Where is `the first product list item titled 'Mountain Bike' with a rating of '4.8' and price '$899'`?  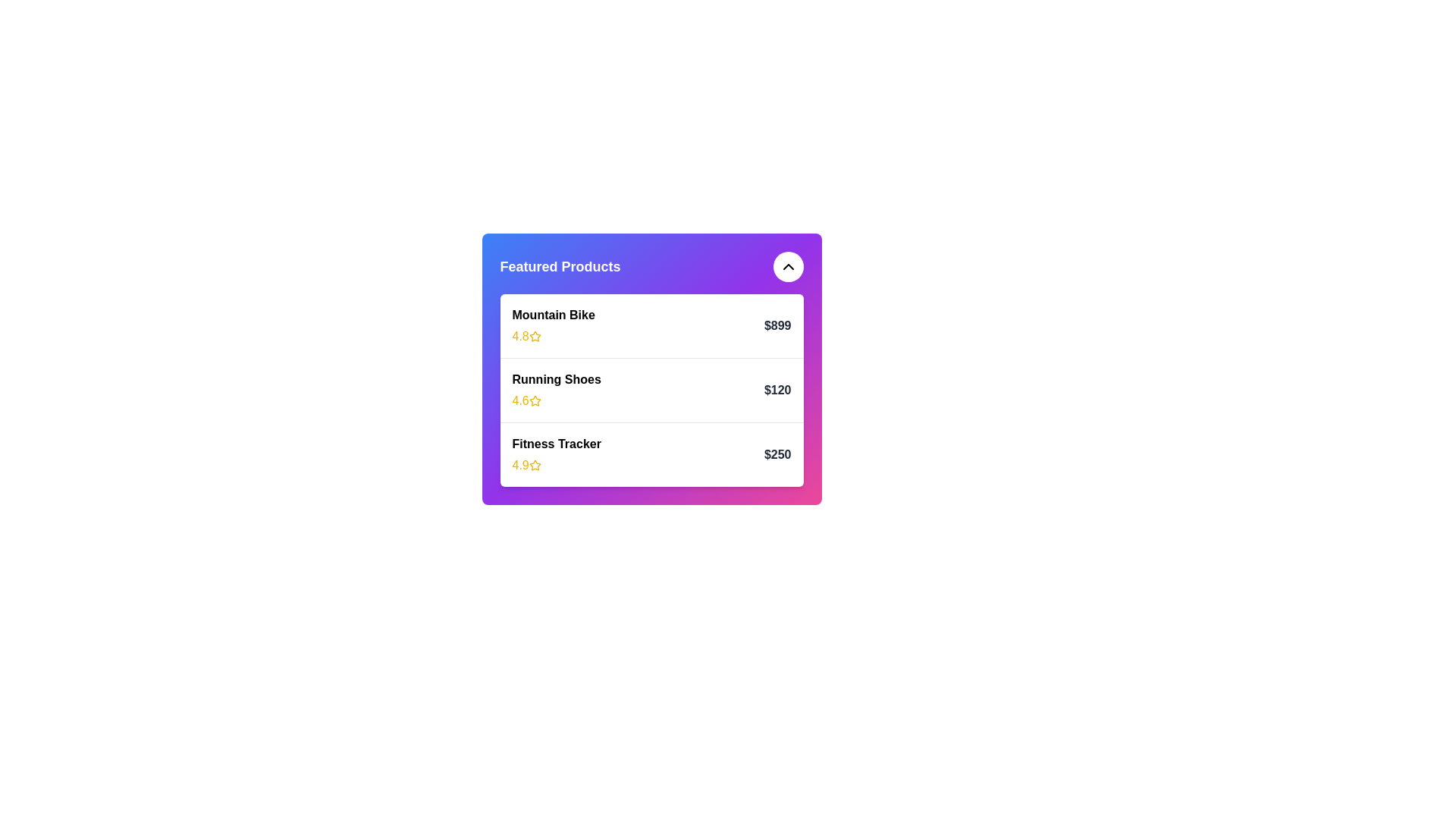
the first product list item titled 'Mountain Bike' with a rating of '4.8' and price '$899' is located at coordinates (651, 325).